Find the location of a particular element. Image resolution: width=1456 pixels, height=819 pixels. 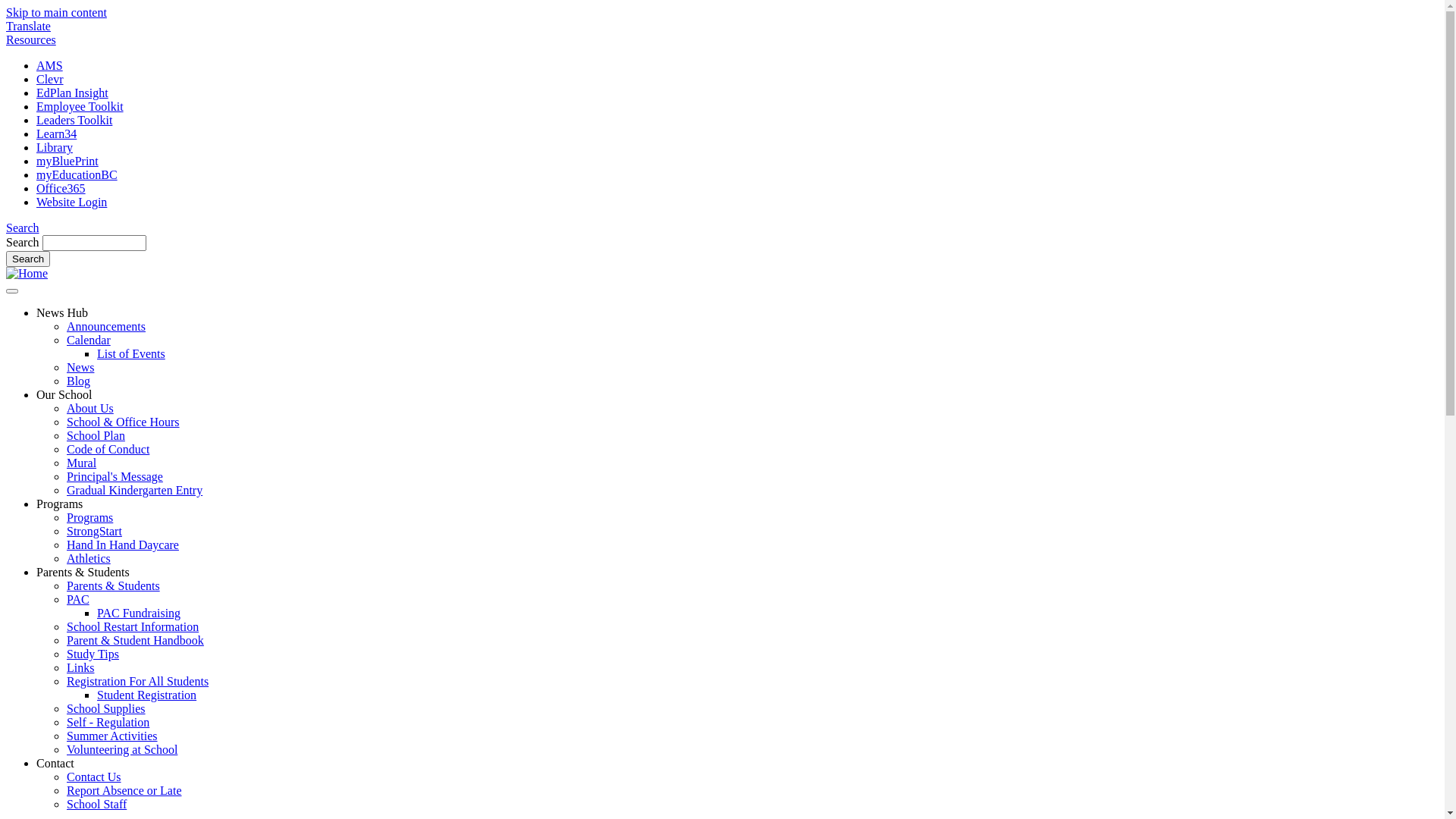

'Principal's Message' is located at coordinates (114, 475).